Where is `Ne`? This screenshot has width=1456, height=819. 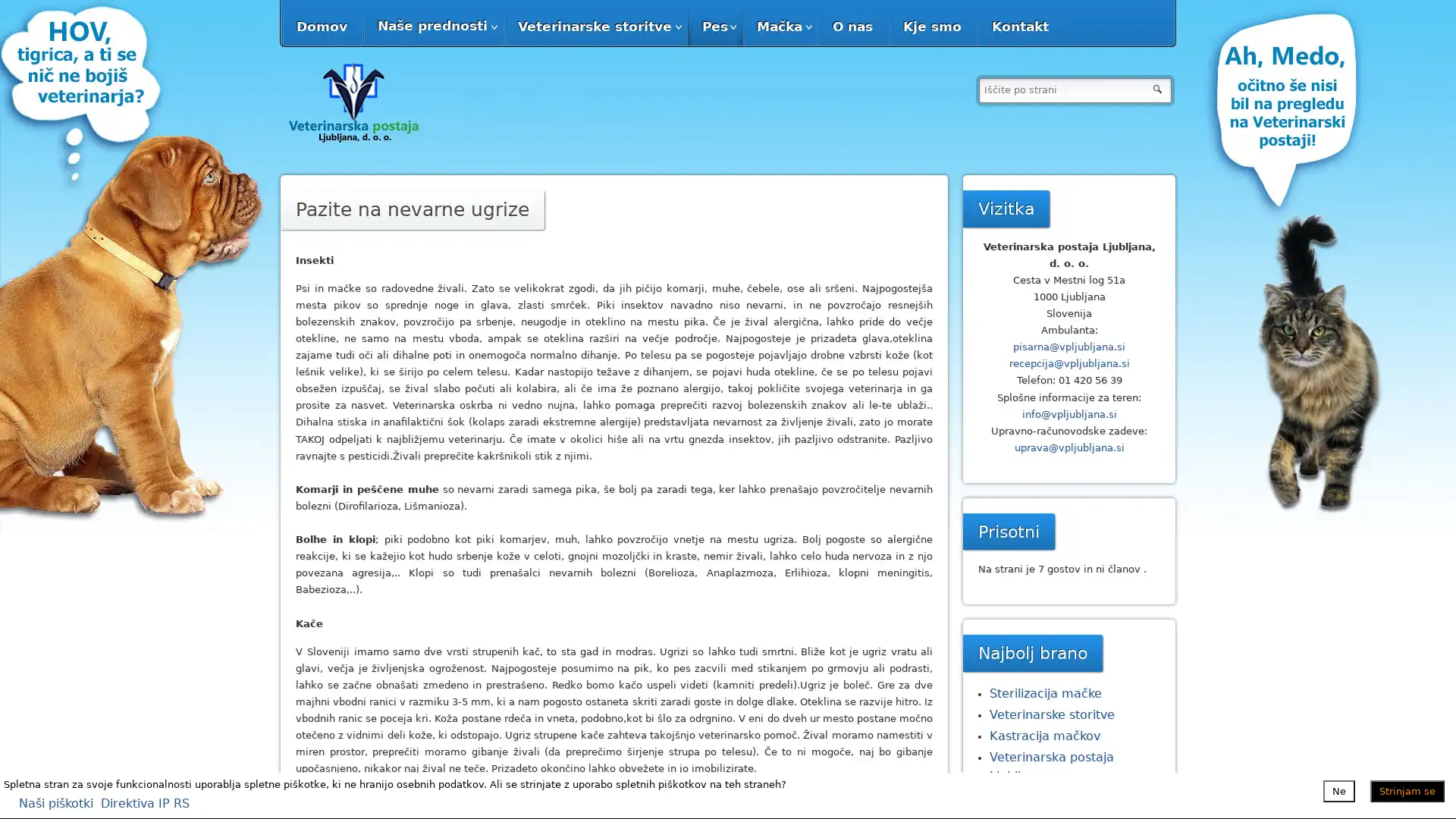 Ne is located at coordinates (1339, 789).